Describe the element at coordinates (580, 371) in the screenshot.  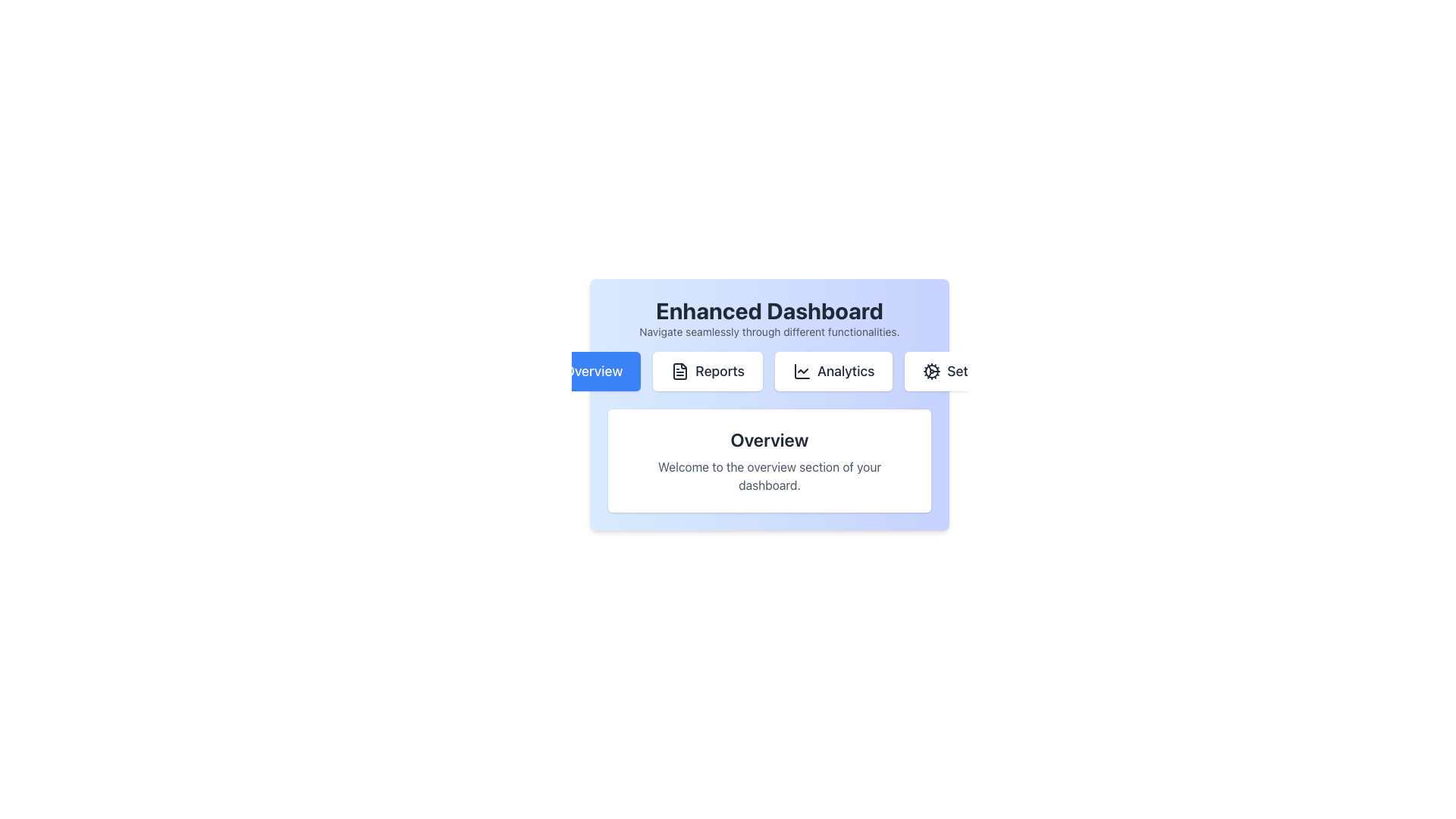
I see `the 'Overview' button` at that location.